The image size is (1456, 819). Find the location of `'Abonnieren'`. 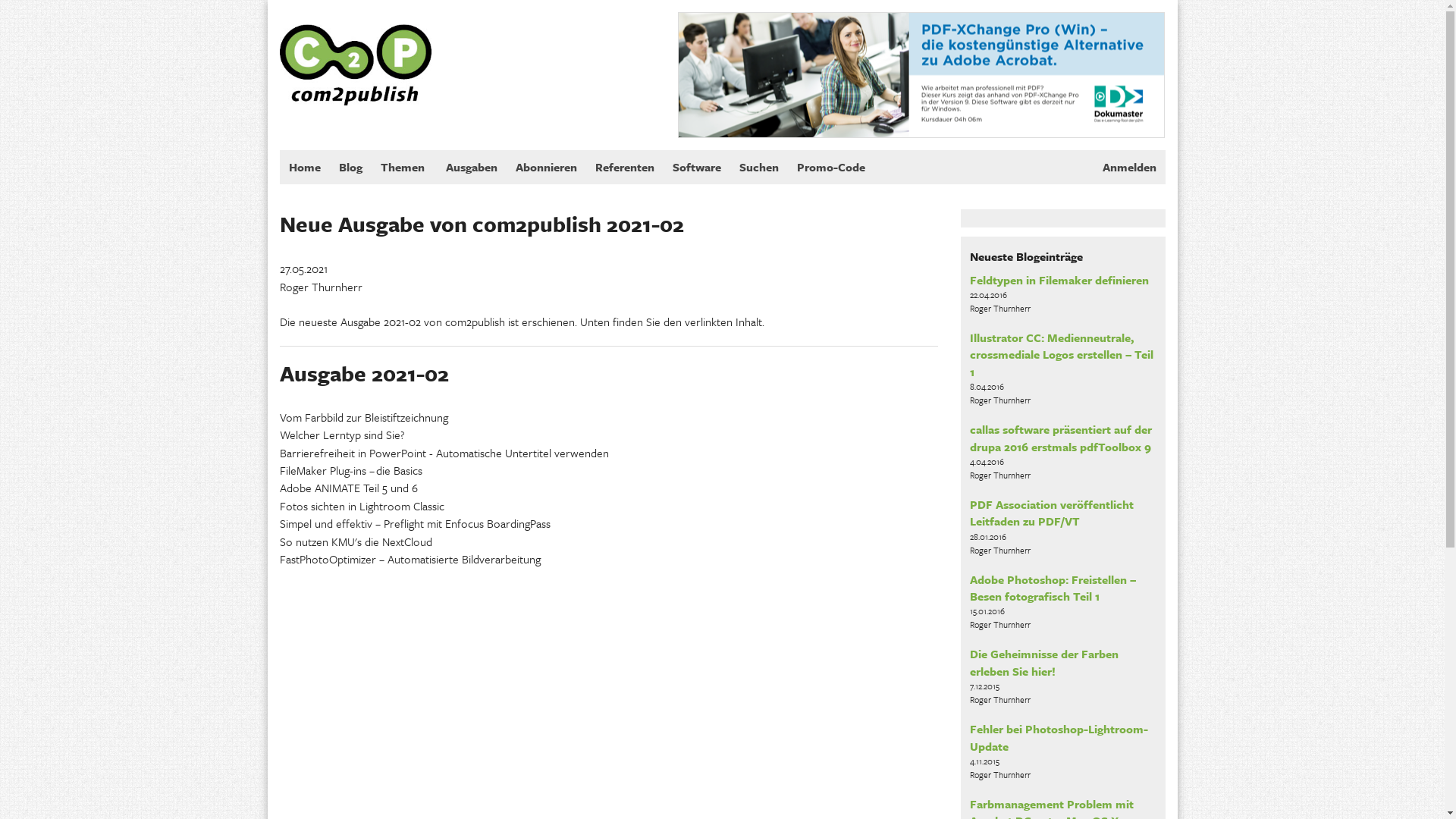

'Abonnieren' is located at coordinates (546, 167).